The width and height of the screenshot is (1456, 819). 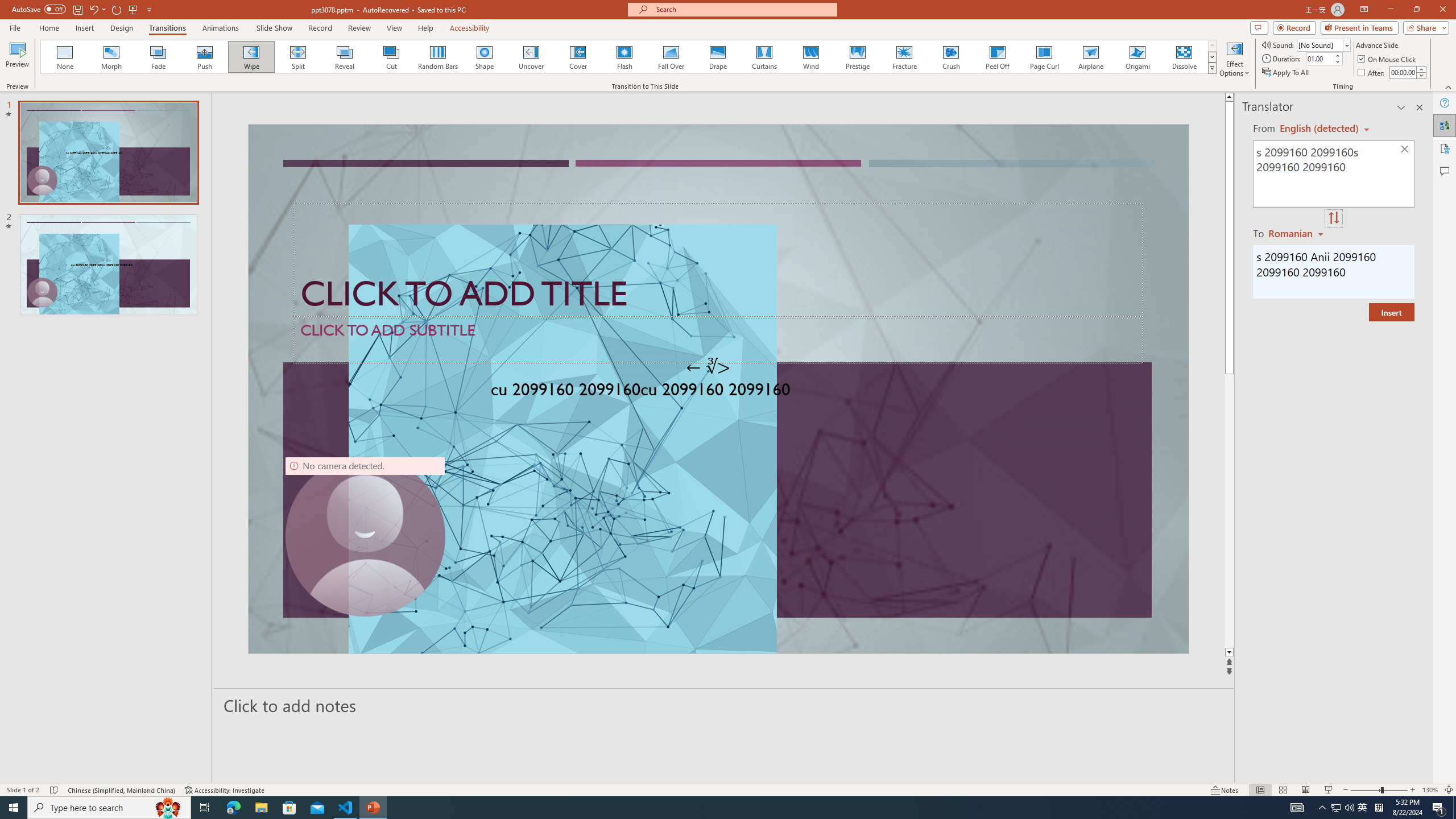 I want to click on 'Transition Effects', so click(x=1212, y=67).